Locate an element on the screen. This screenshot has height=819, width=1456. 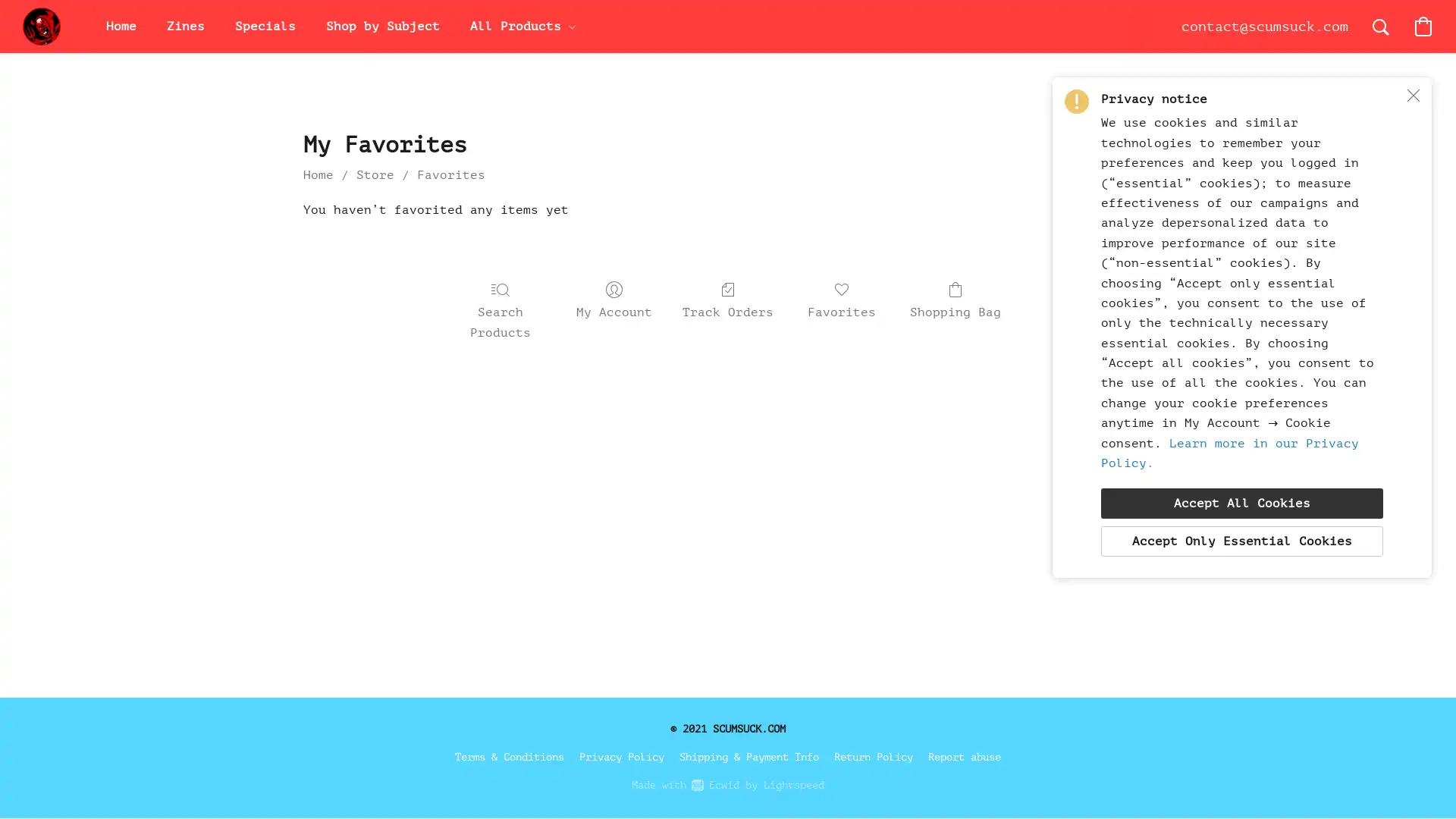
Search the website is located at coordinates (1380, 26).